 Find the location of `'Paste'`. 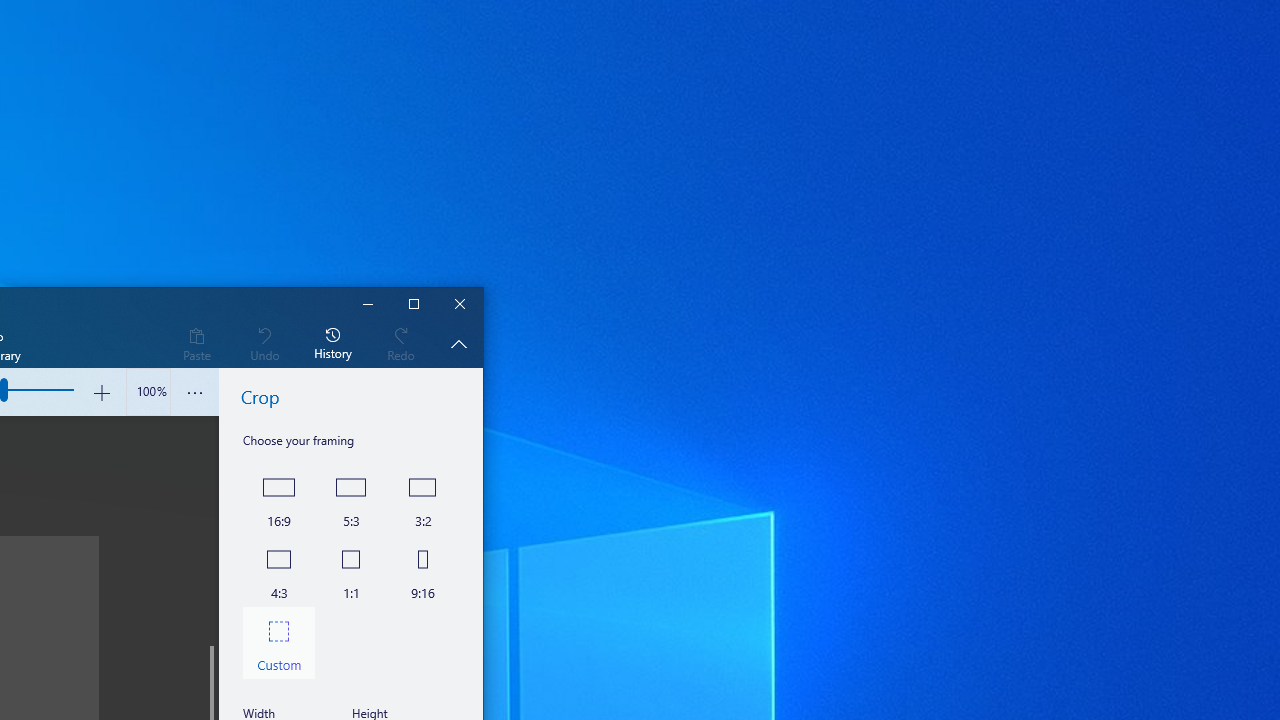

'Paste' is located at coordinates (196, 342).